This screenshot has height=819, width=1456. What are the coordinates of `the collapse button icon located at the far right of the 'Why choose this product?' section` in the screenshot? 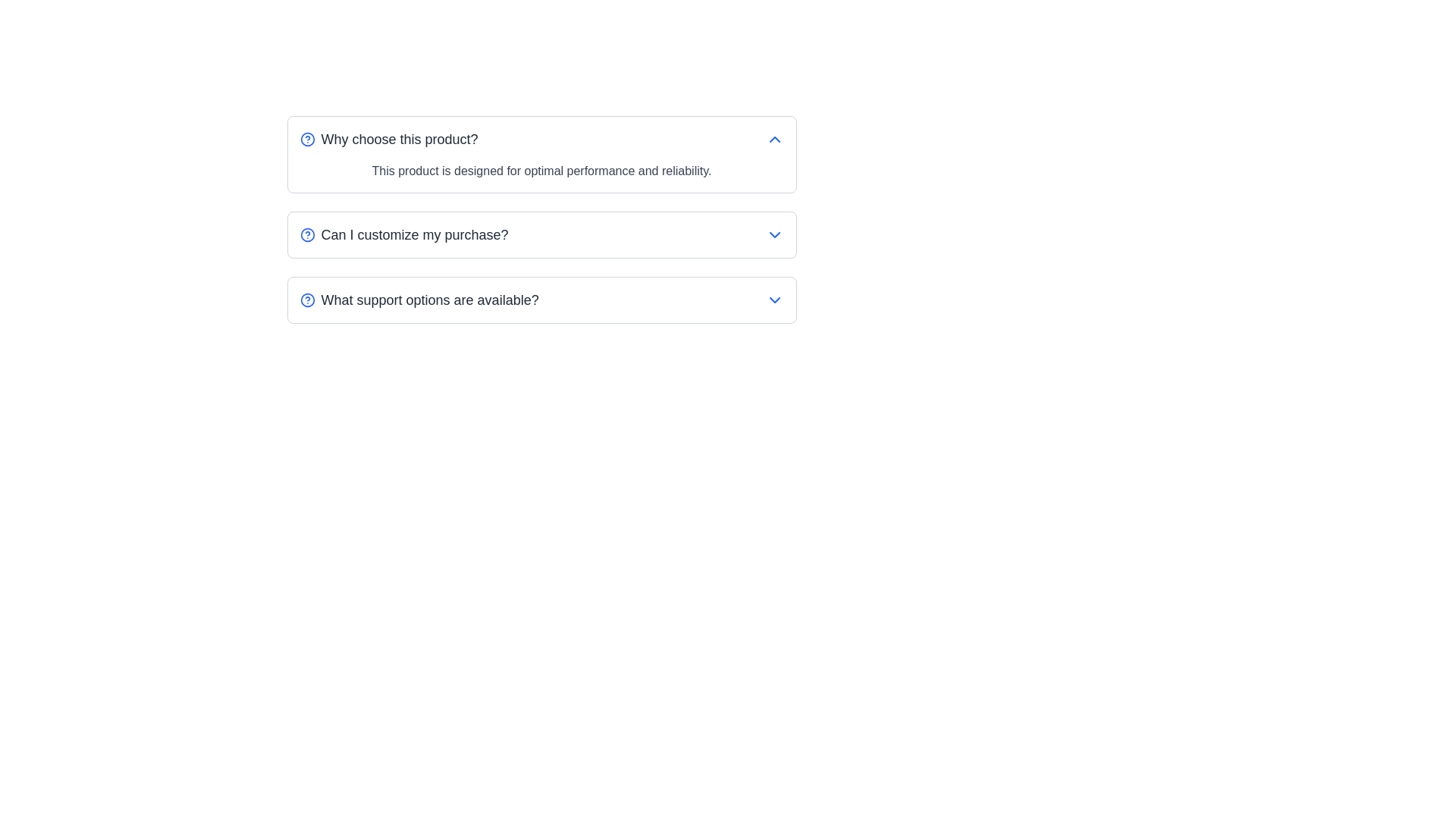 It's located at (774, 140).